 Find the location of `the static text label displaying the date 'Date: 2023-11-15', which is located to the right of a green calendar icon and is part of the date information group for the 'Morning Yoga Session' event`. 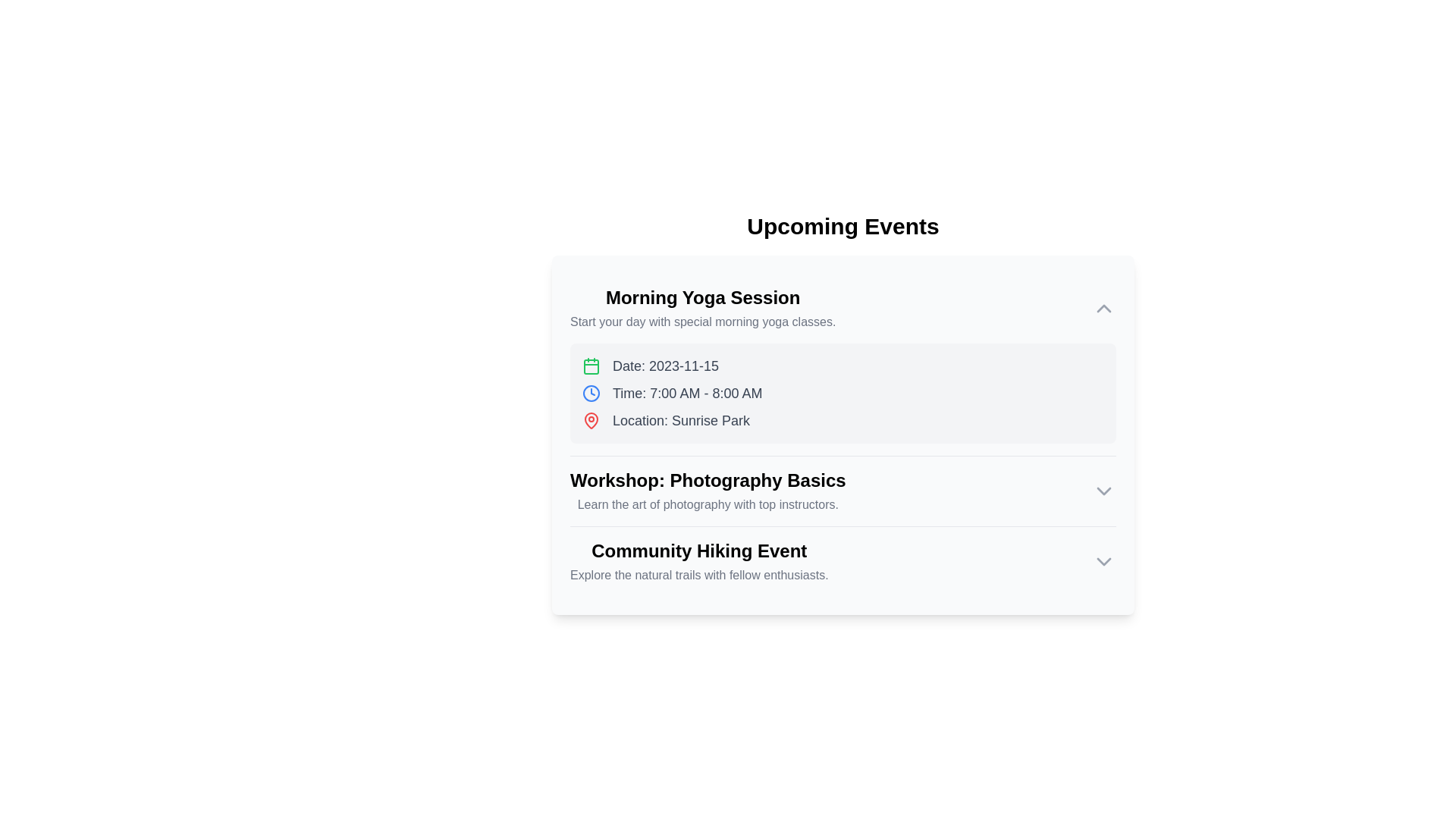

the static text label displaying the date 'Date: 2023-11-15', which is located to the right of a green calendar icon and is part of the date information group for the 'Morning Yoga Session' event is located at coordinates (666, 366).